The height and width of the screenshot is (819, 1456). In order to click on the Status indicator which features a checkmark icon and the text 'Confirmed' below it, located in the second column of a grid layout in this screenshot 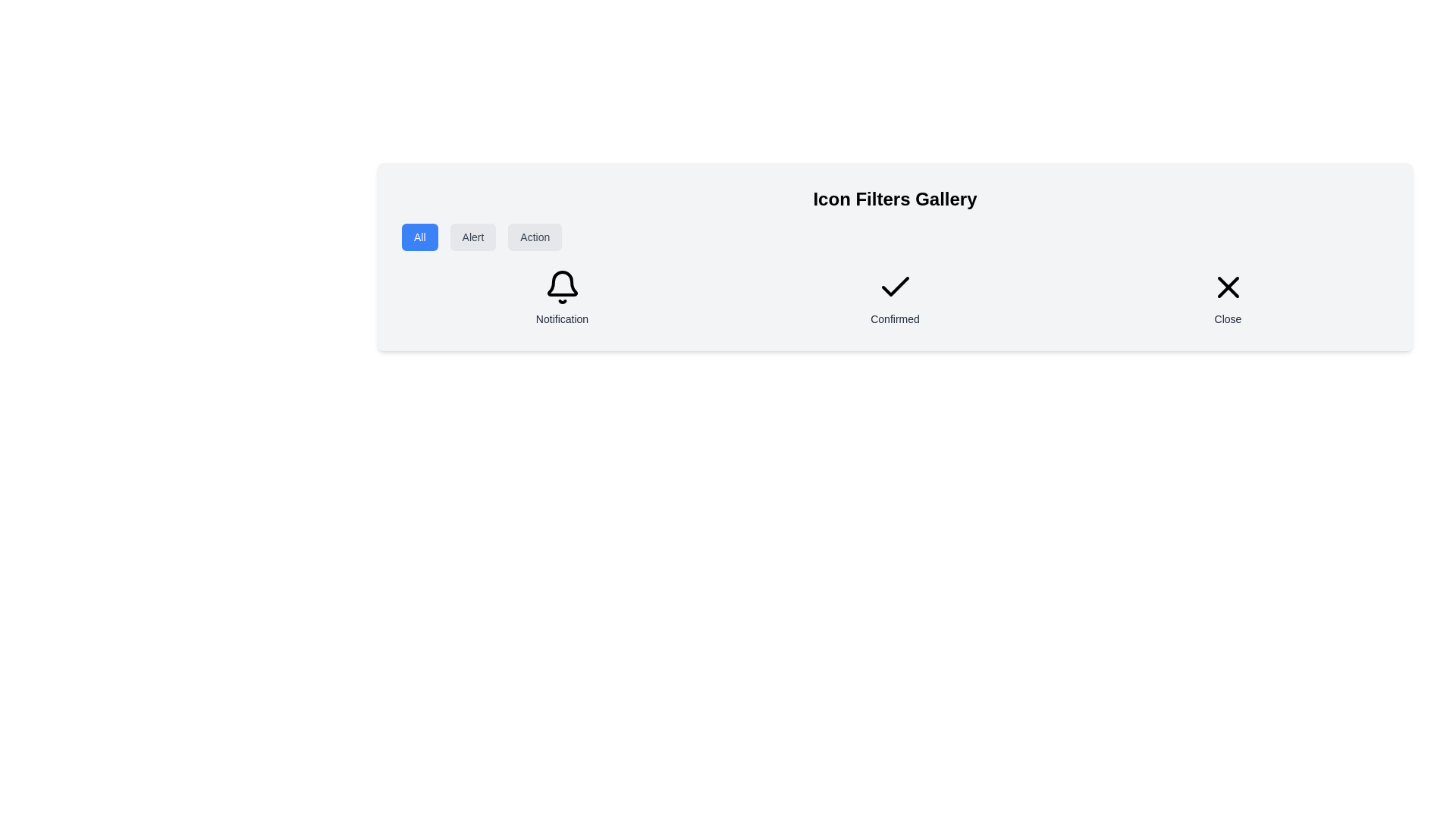, I will do `click(895, 298)`.